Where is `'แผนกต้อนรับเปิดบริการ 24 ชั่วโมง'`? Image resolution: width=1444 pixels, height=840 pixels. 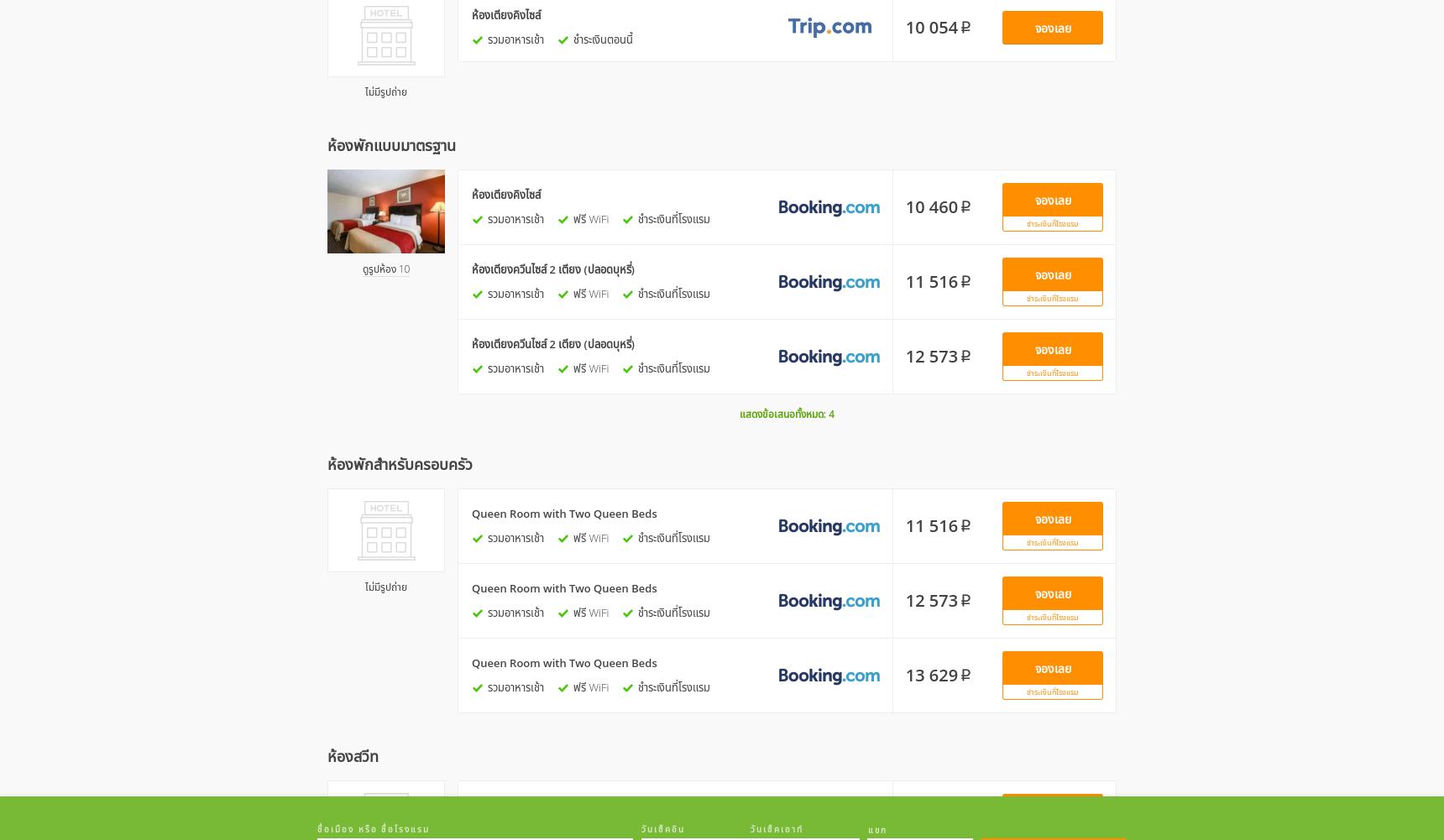
'แผนกต้อนรับเปิดบริการ 24 ชั่วโมง' is located at coordinates (611, 251).